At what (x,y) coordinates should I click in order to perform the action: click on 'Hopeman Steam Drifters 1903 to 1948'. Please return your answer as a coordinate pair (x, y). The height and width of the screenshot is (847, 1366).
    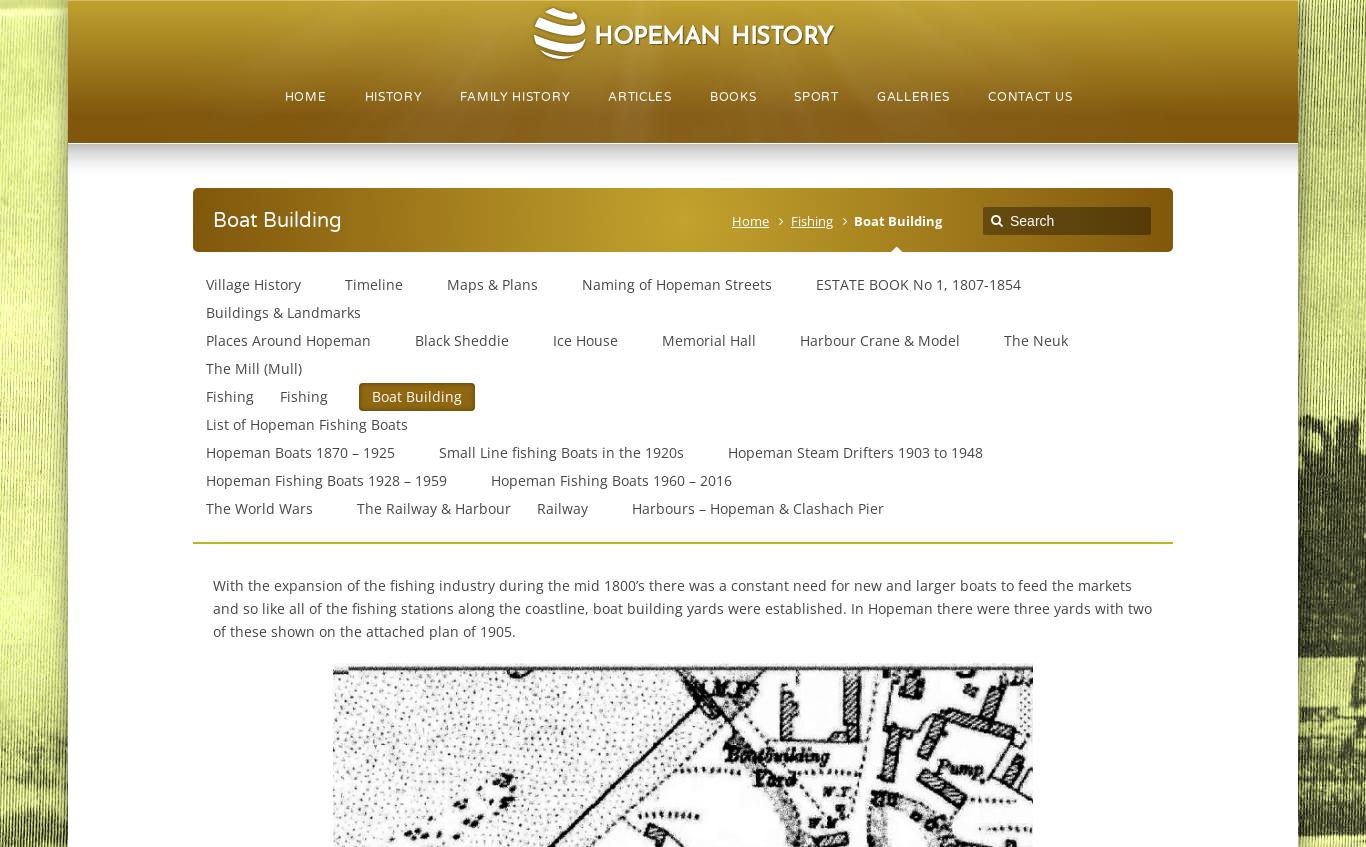
    Looking at the image, I should click on (853, 452).